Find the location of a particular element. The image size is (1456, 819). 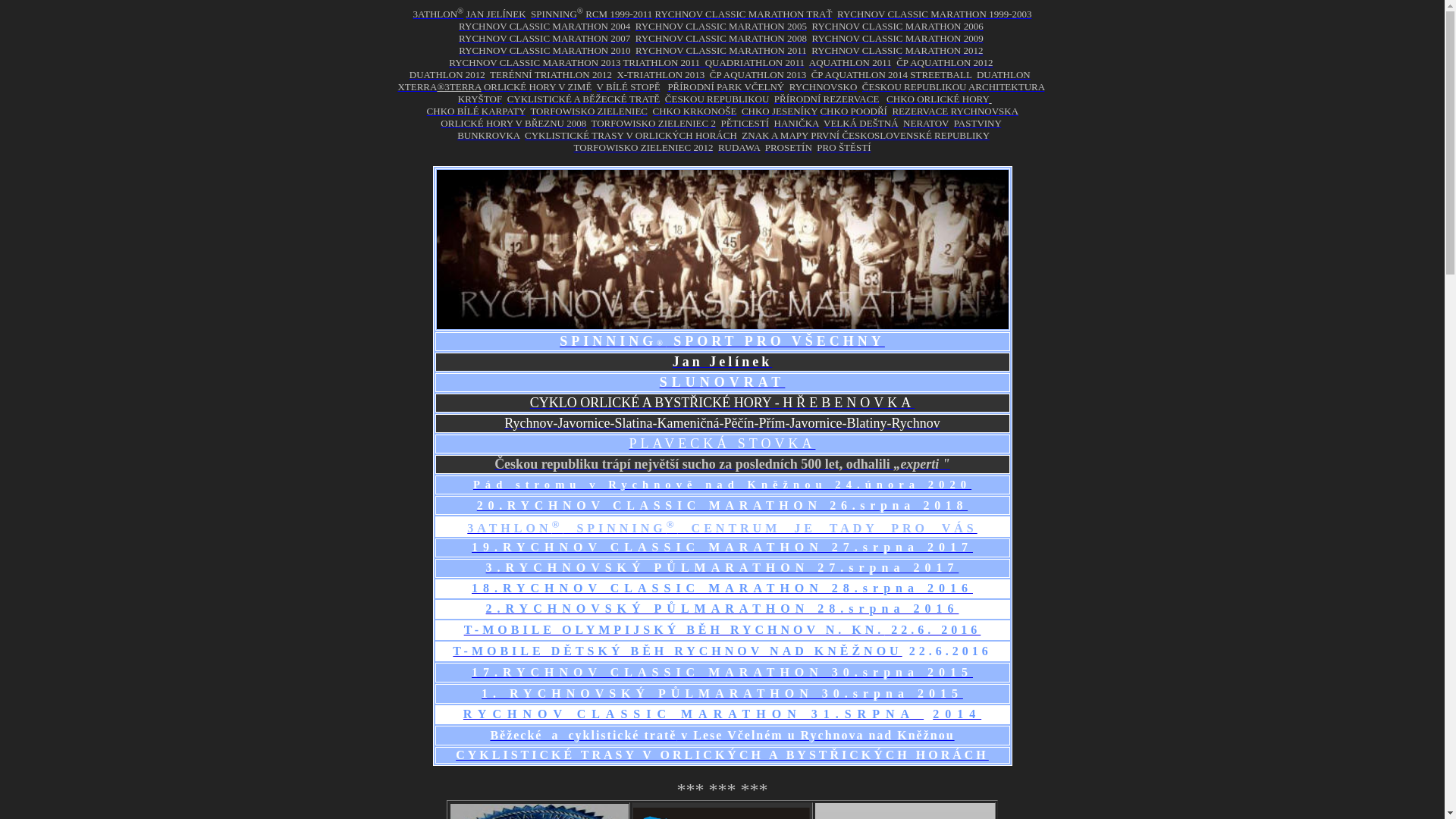

'18' is located at coordinates (482, 587).